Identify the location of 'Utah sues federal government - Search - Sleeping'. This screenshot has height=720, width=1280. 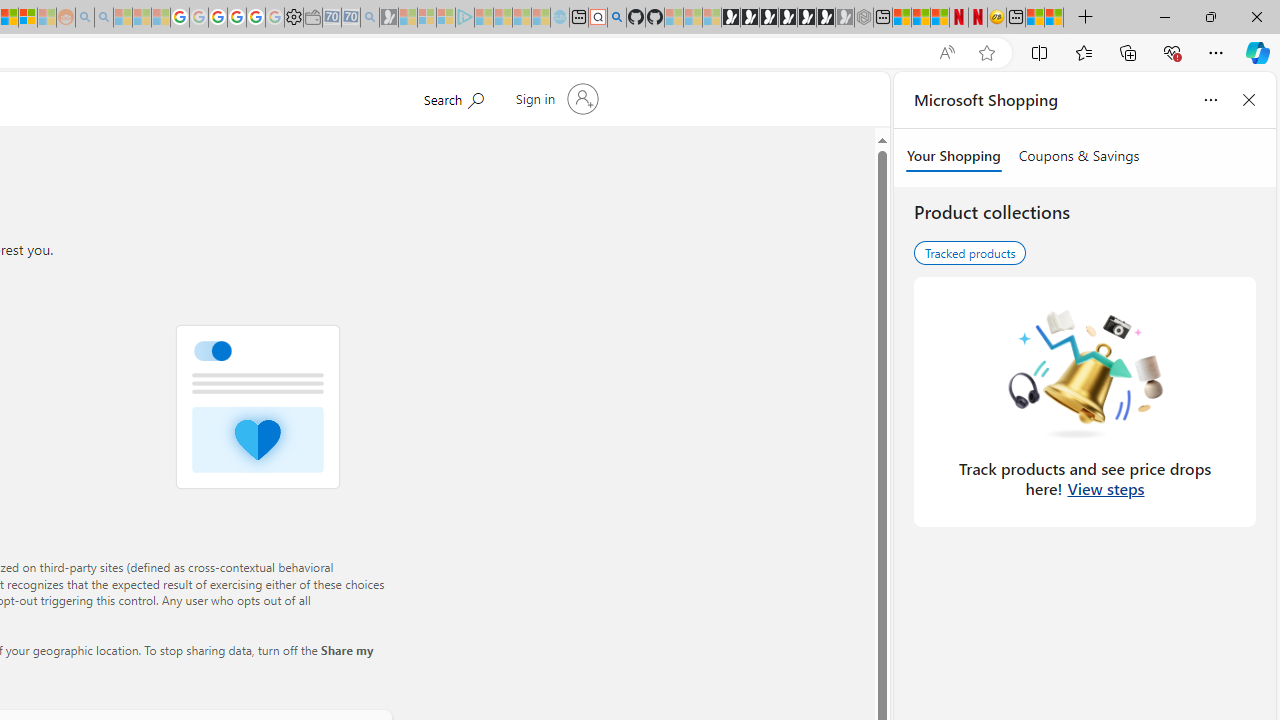
(102, 17).